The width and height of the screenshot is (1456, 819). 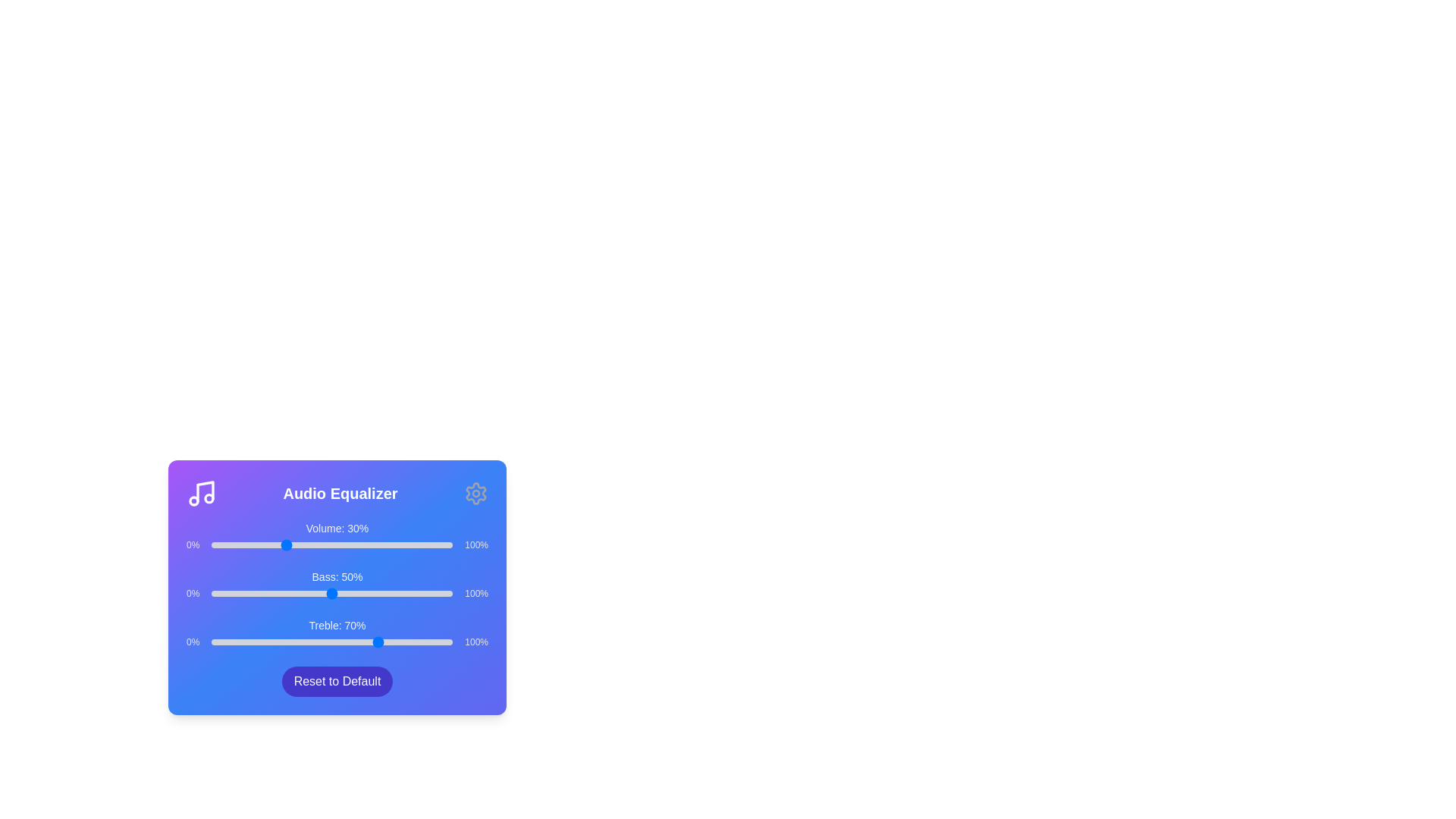 I want to click on the Treble slider to 2%, so click(x=215, y=642).